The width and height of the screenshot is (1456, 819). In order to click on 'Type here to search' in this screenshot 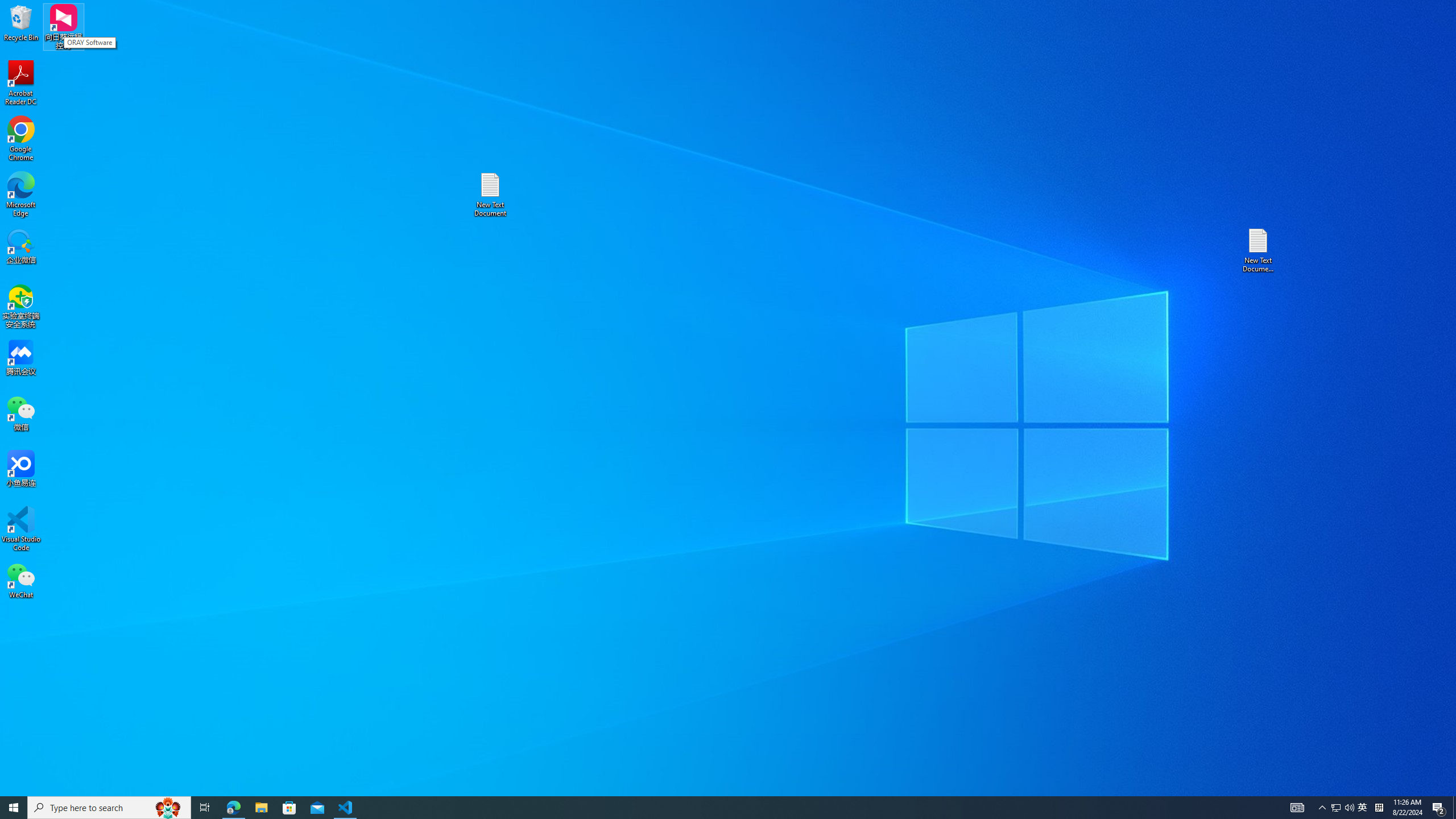, I will do `click(109, 806)`.